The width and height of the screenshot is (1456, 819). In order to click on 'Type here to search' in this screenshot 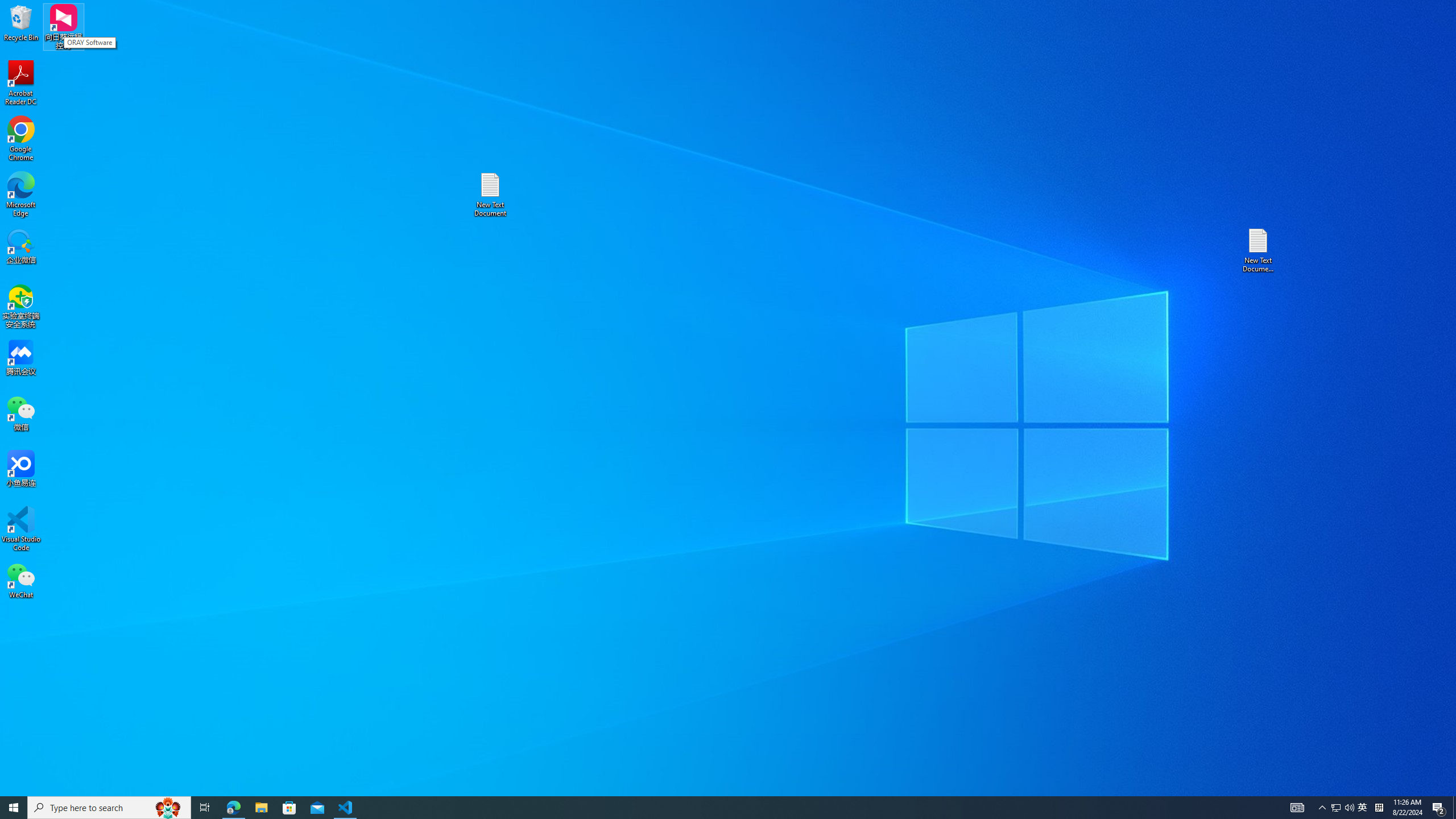, I will do `click(109, 806)`.